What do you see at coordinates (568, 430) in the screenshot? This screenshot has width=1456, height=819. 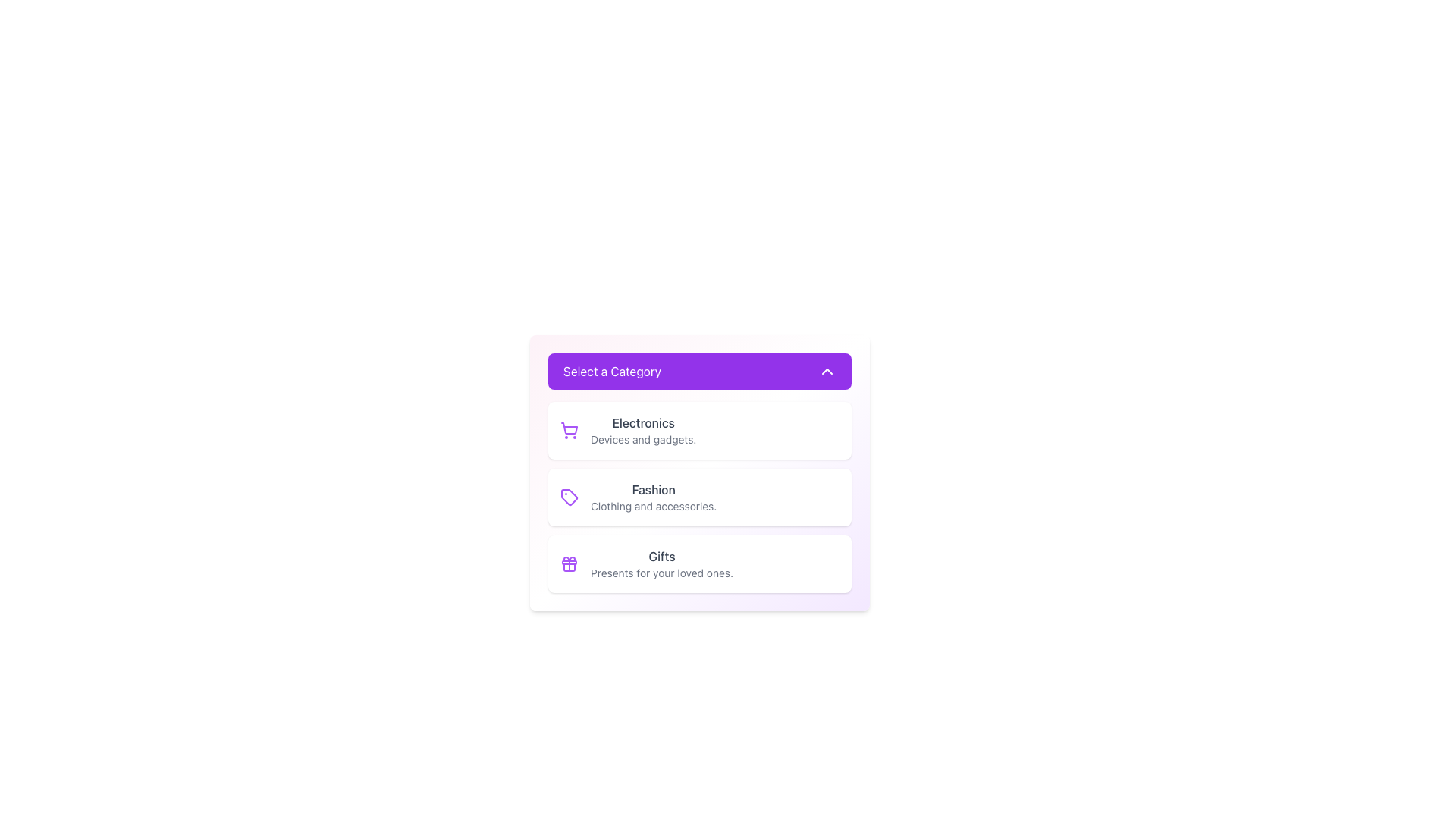 I see `the purple shopping cart icon located to the left of the text 'Electronics' in the categories list` at bounding box center [568, 430].